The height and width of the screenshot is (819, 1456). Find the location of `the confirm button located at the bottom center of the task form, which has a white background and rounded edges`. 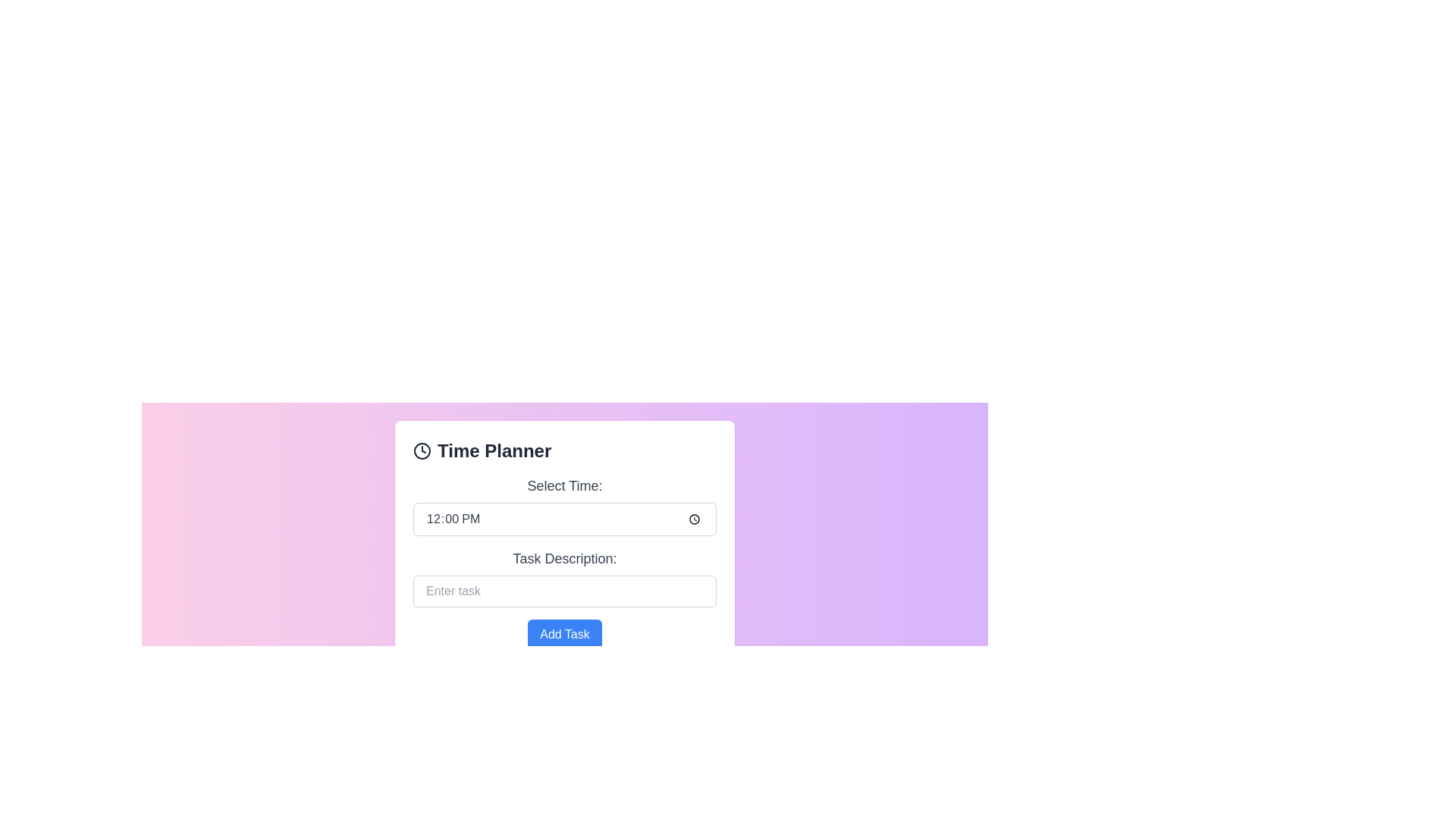

the confirm button located at the bottom center of the task form, which has a white background and rounded edges is located at coordinates (563, 635).